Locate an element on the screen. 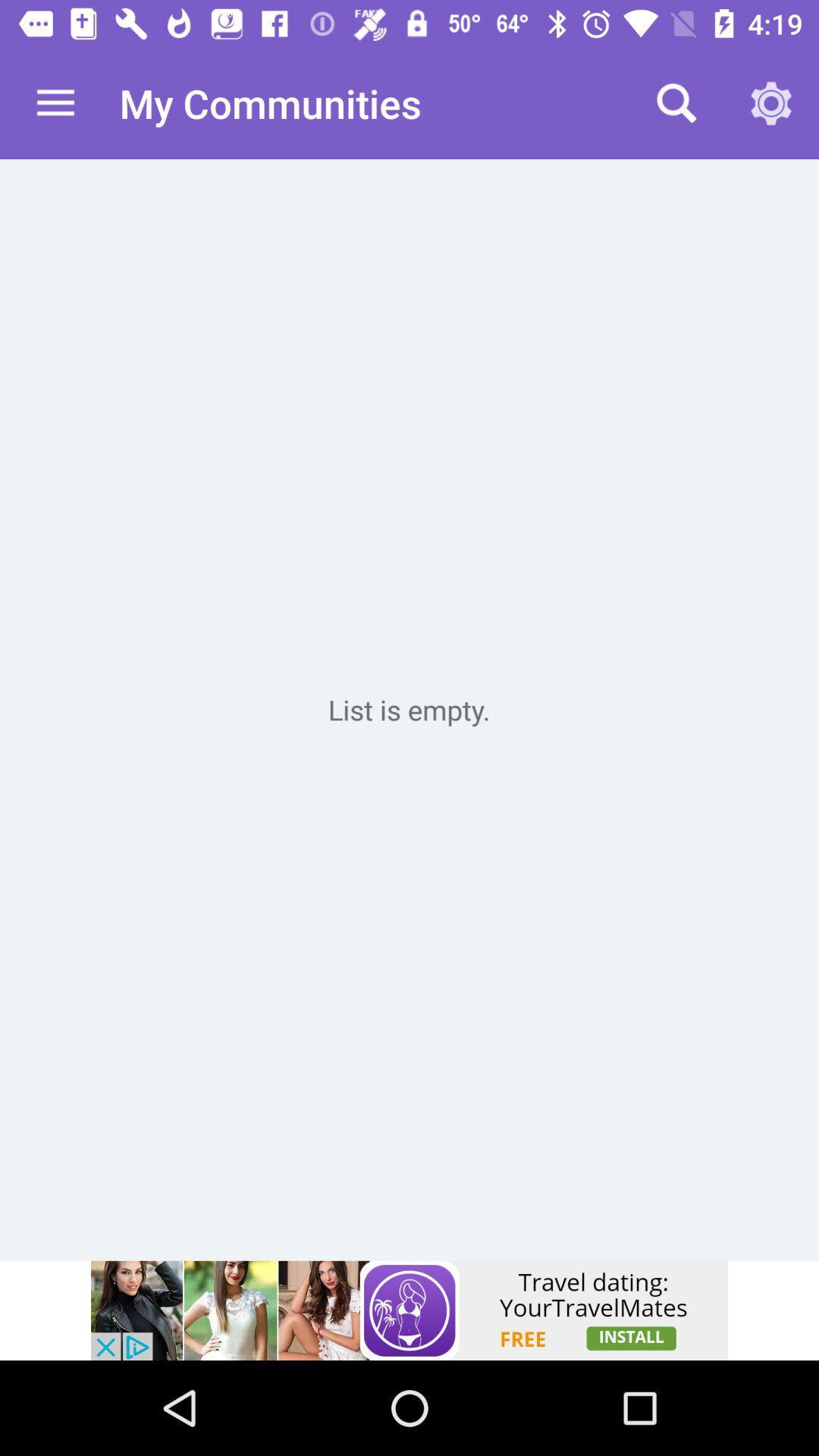 The width and height of the screenshot is (819, 1456). menu page is located at coordinates (409, 709).